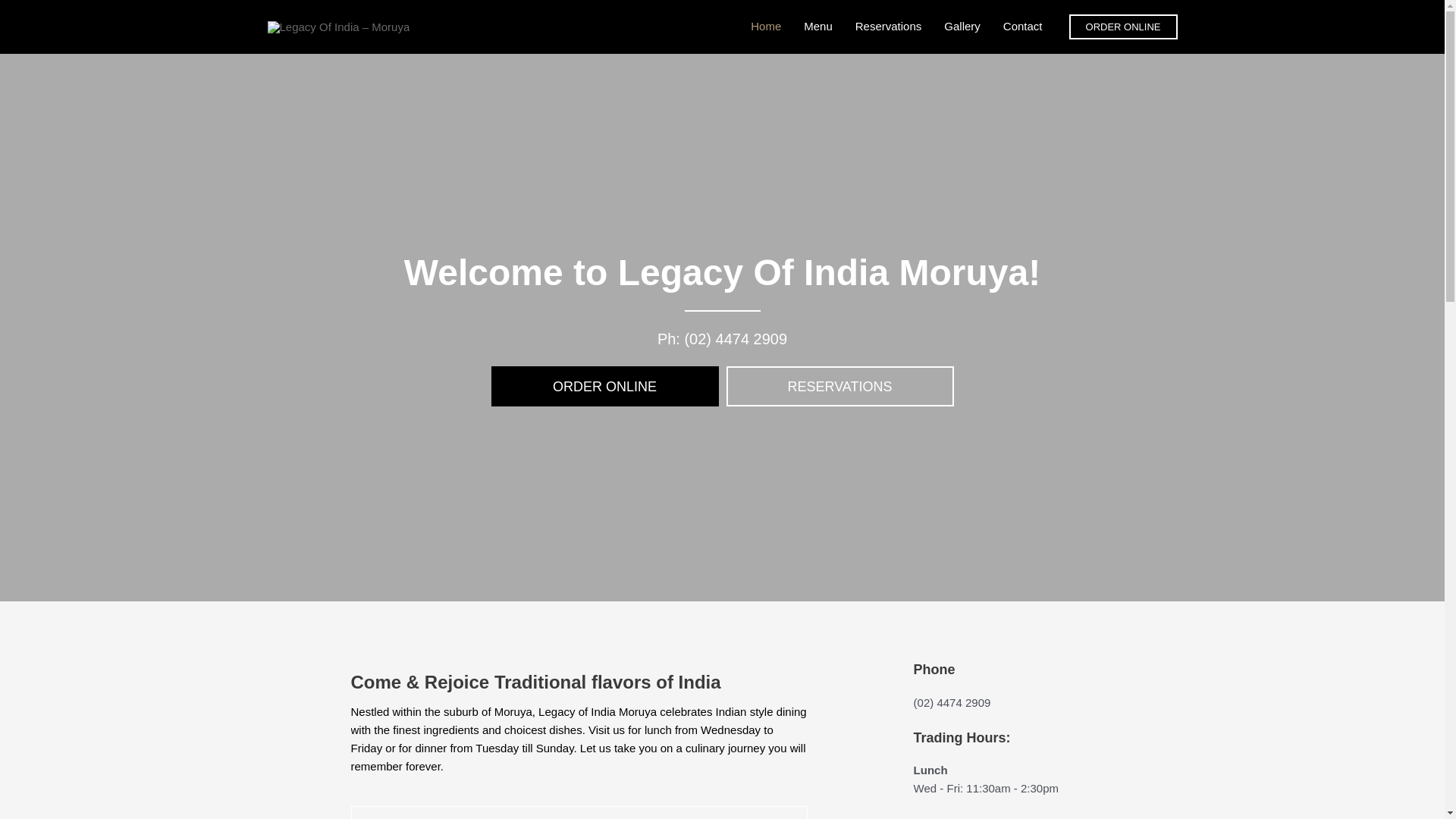 The image size is (1456, 819). Describe the element at coordinates (961, 26) in the screenshot. I see `'Gallery'` at that location.